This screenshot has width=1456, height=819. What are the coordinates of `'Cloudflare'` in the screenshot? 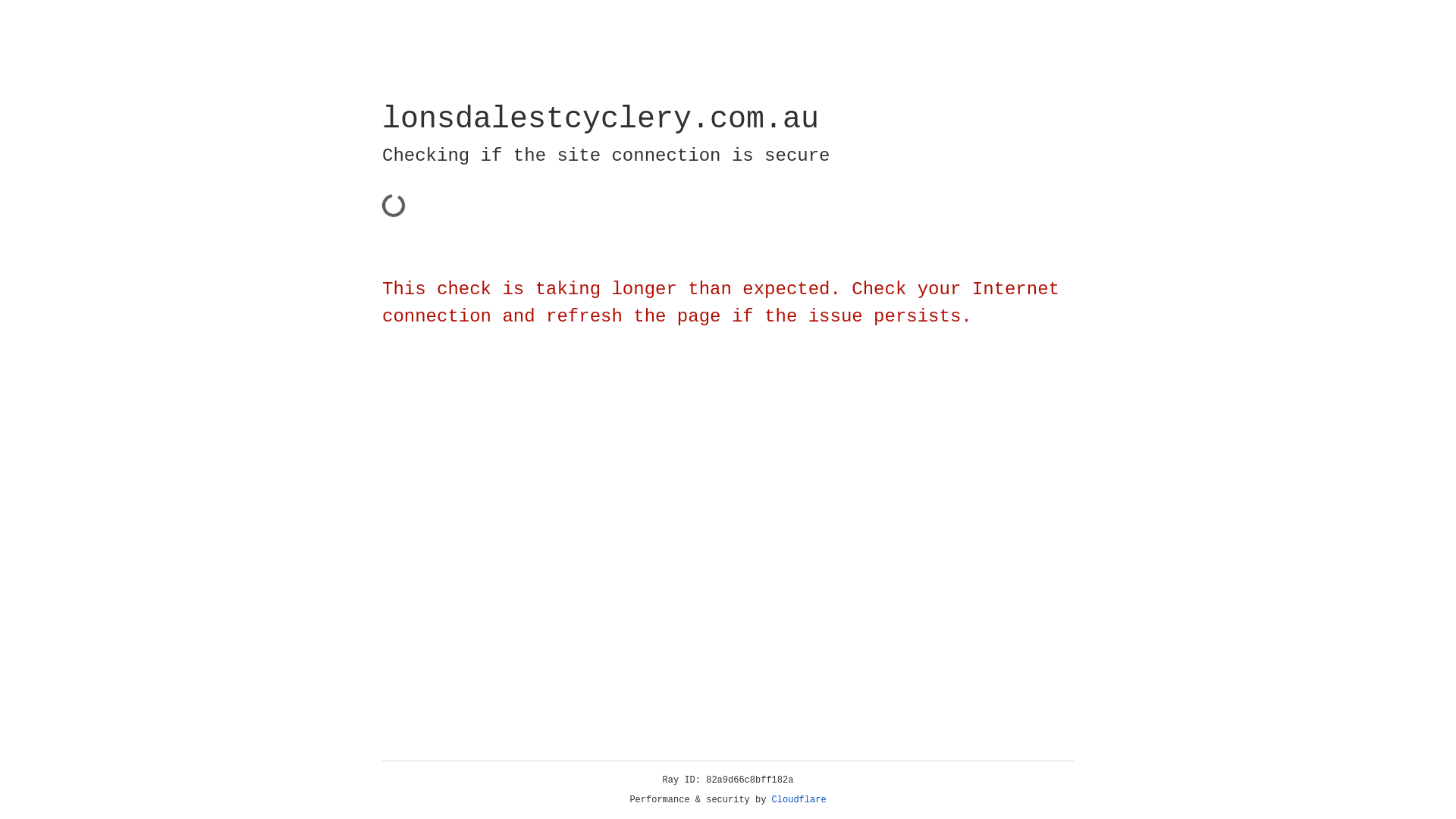 It's located at (799, 799).